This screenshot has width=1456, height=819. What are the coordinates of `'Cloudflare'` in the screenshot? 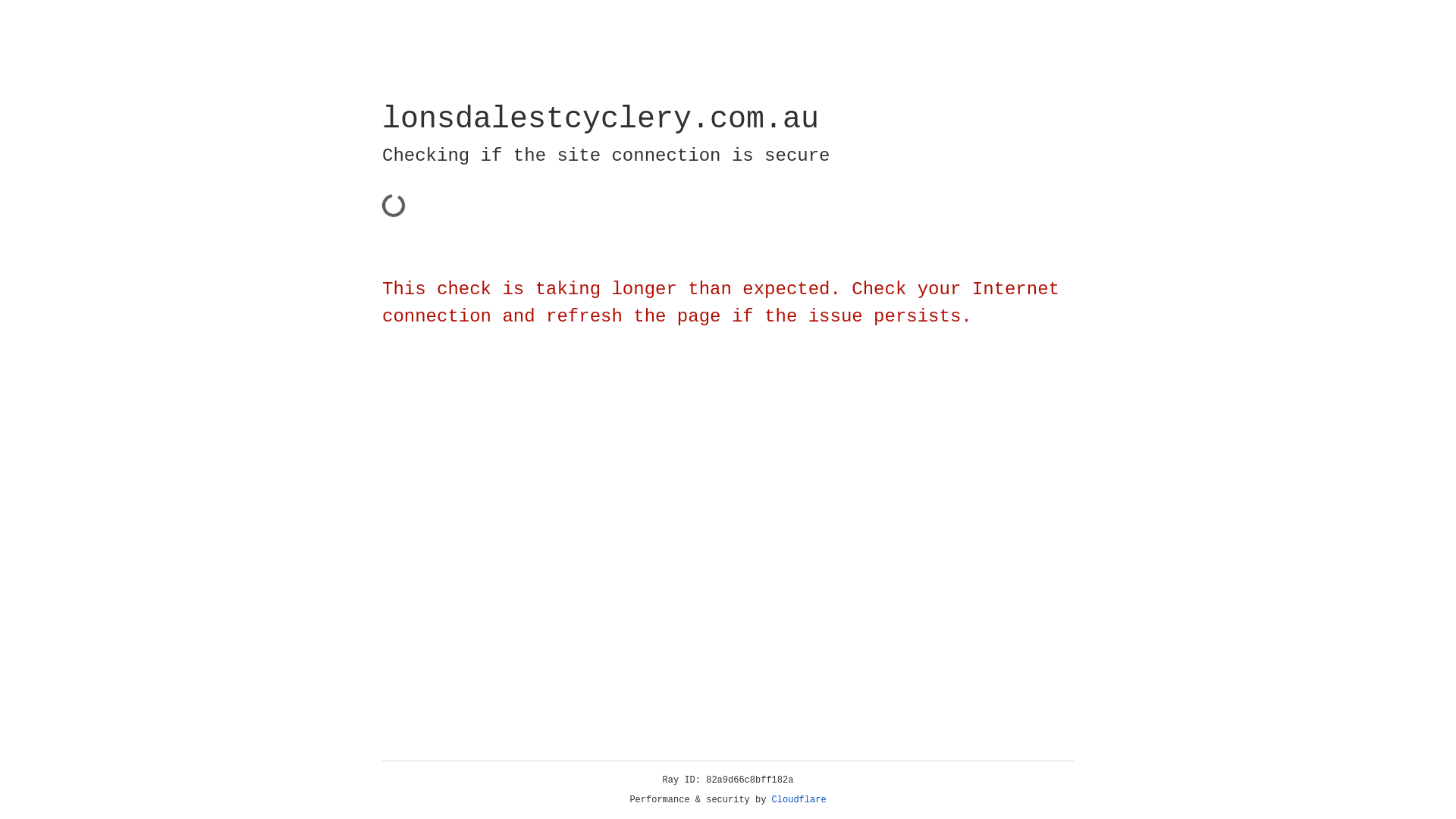 It's located at (799, 799).